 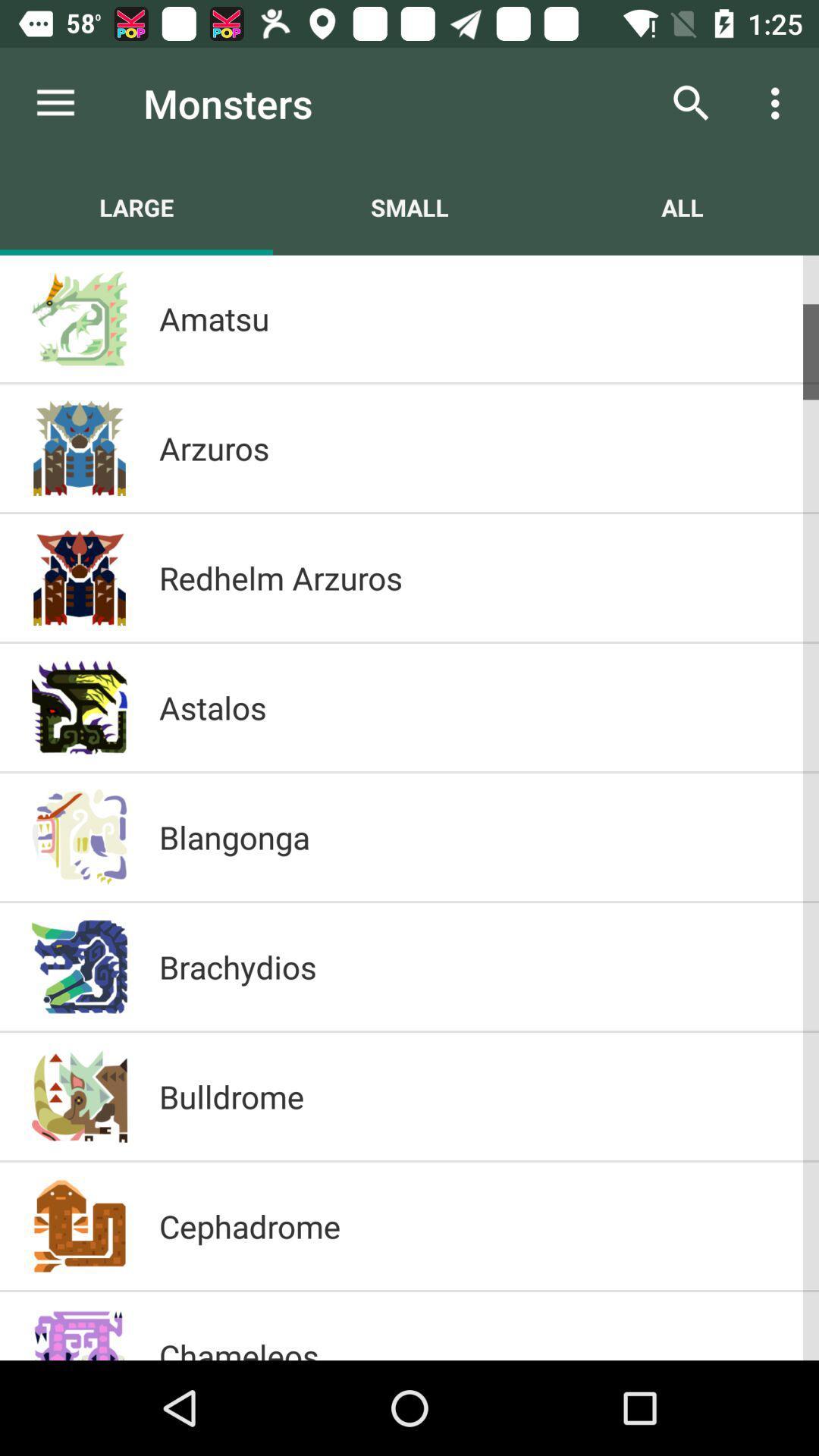 What do you see at coordinates (472, 1096) in the screenshot?
I see `the item above the cephadrome icon` at bounding box center [472, 1096].